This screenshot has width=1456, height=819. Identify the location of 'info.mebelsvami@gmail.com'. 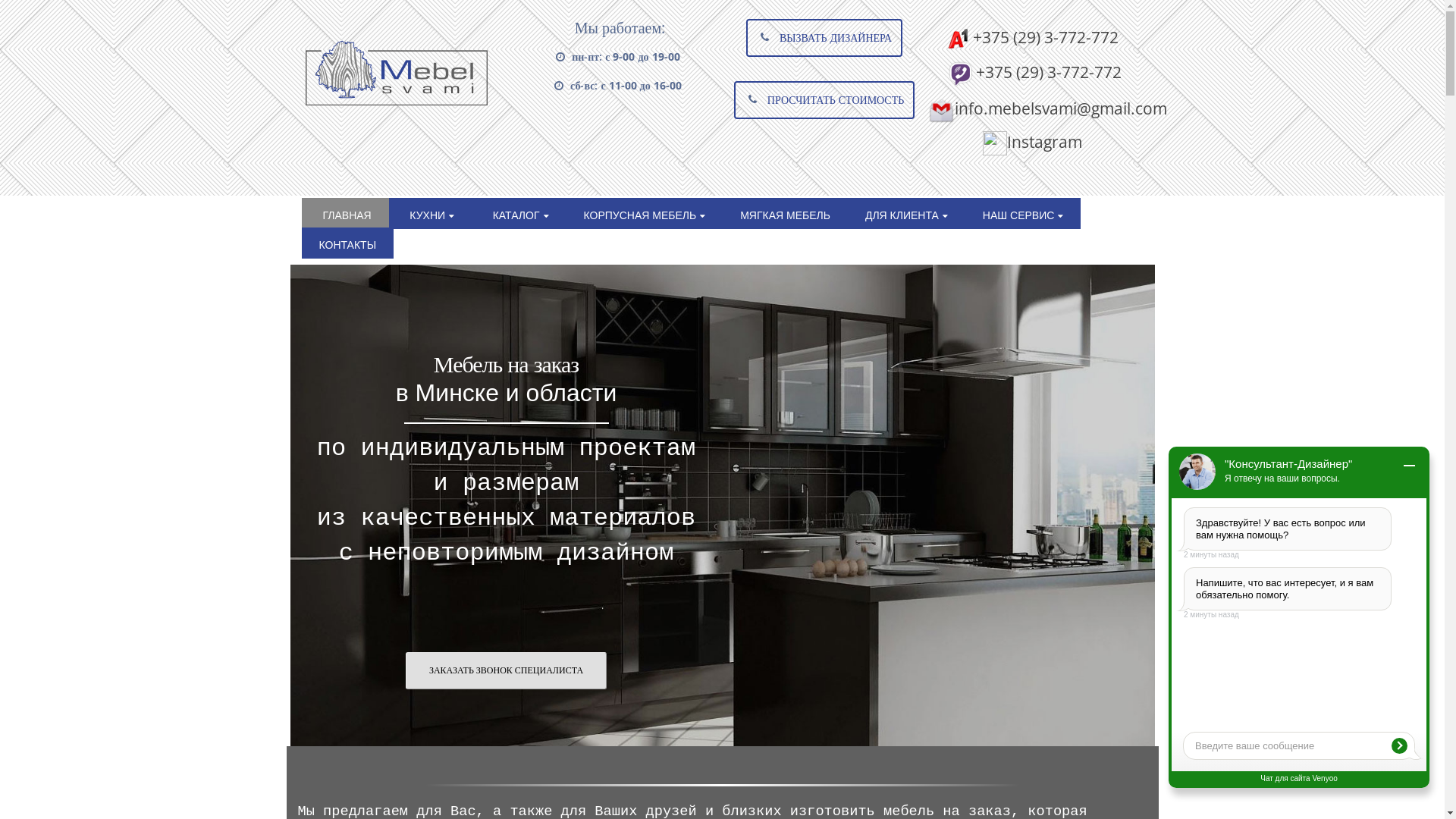
(1046, 107).